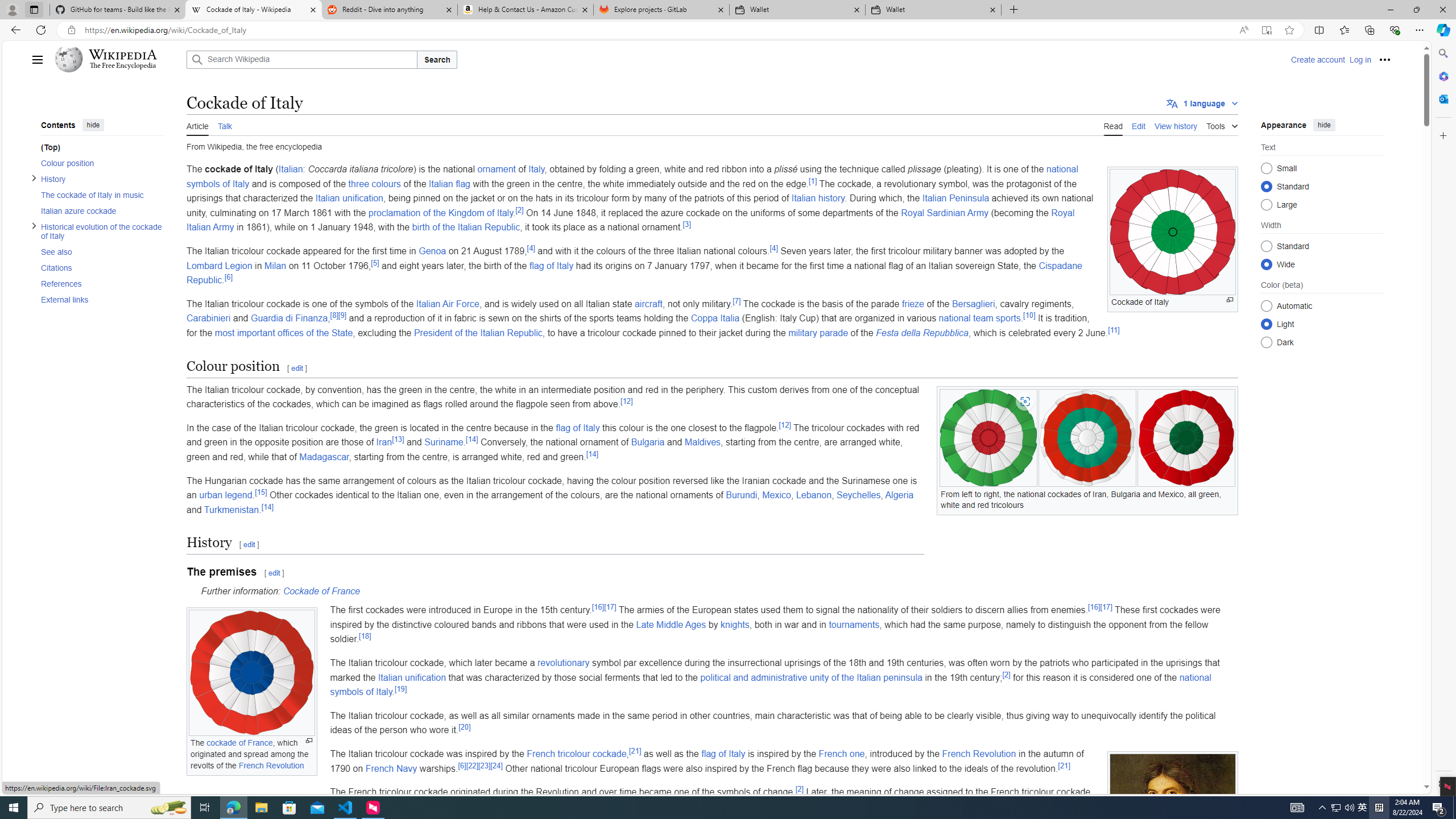 The width and height of the screenshot is (1456, 819). I want to click on 'References', so click(102, 283).